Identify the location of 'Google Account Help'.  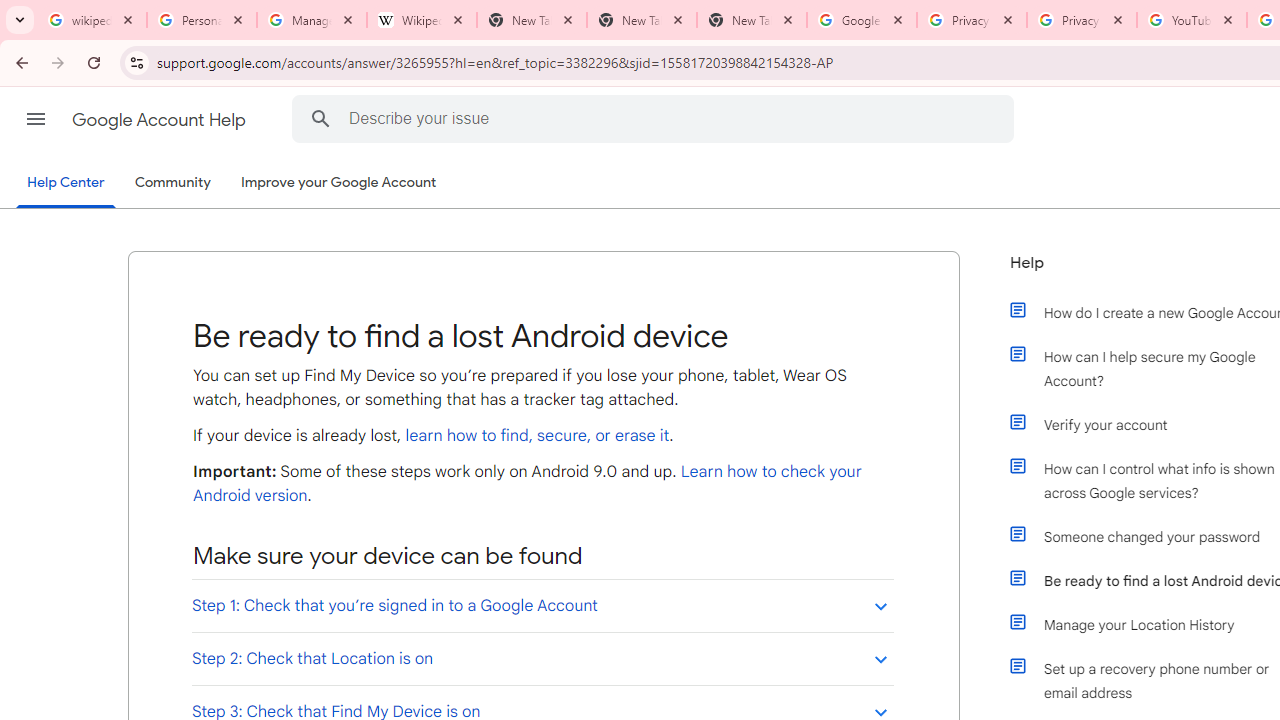
(160, 119).